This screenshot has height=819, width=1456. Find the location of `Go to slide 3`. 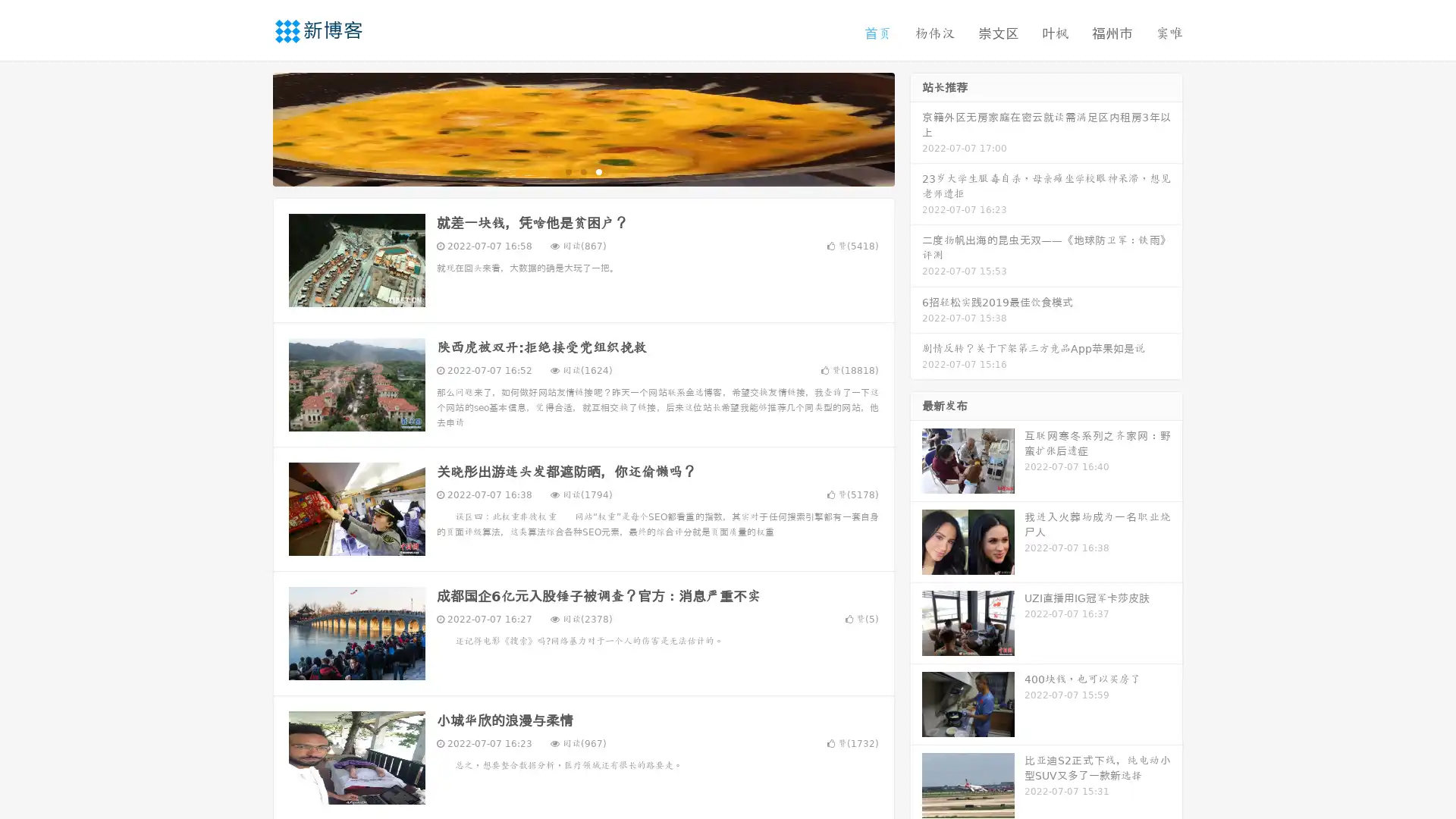

Go to slide 3 is located at coordinates (598, 171).